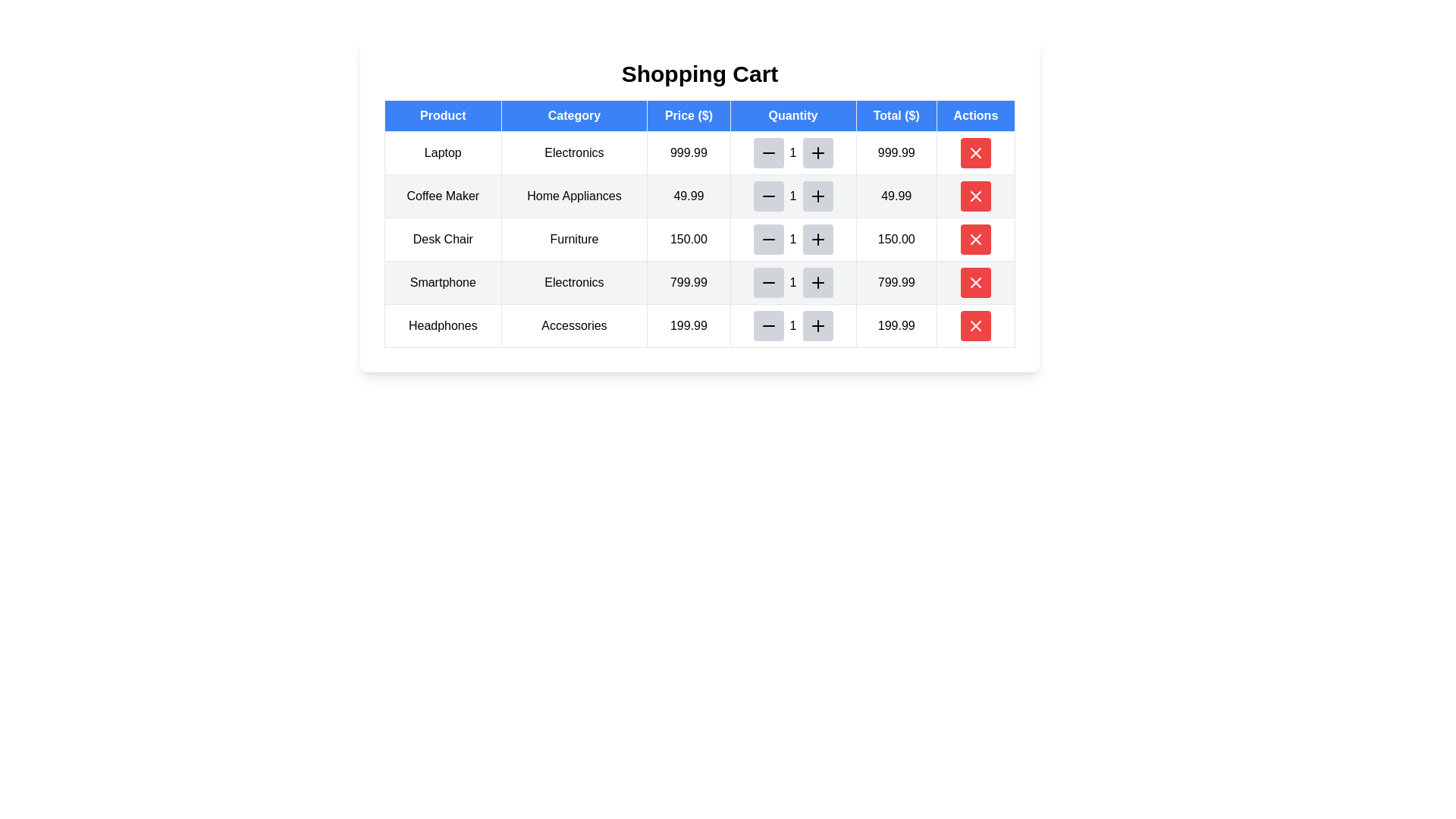 The image size is (1456, 819). Describe the element at coordinates (975, 152) in the screenshot. I see `the delete button located in the 'Actions' column of the first row of the shopping cart` at that location.